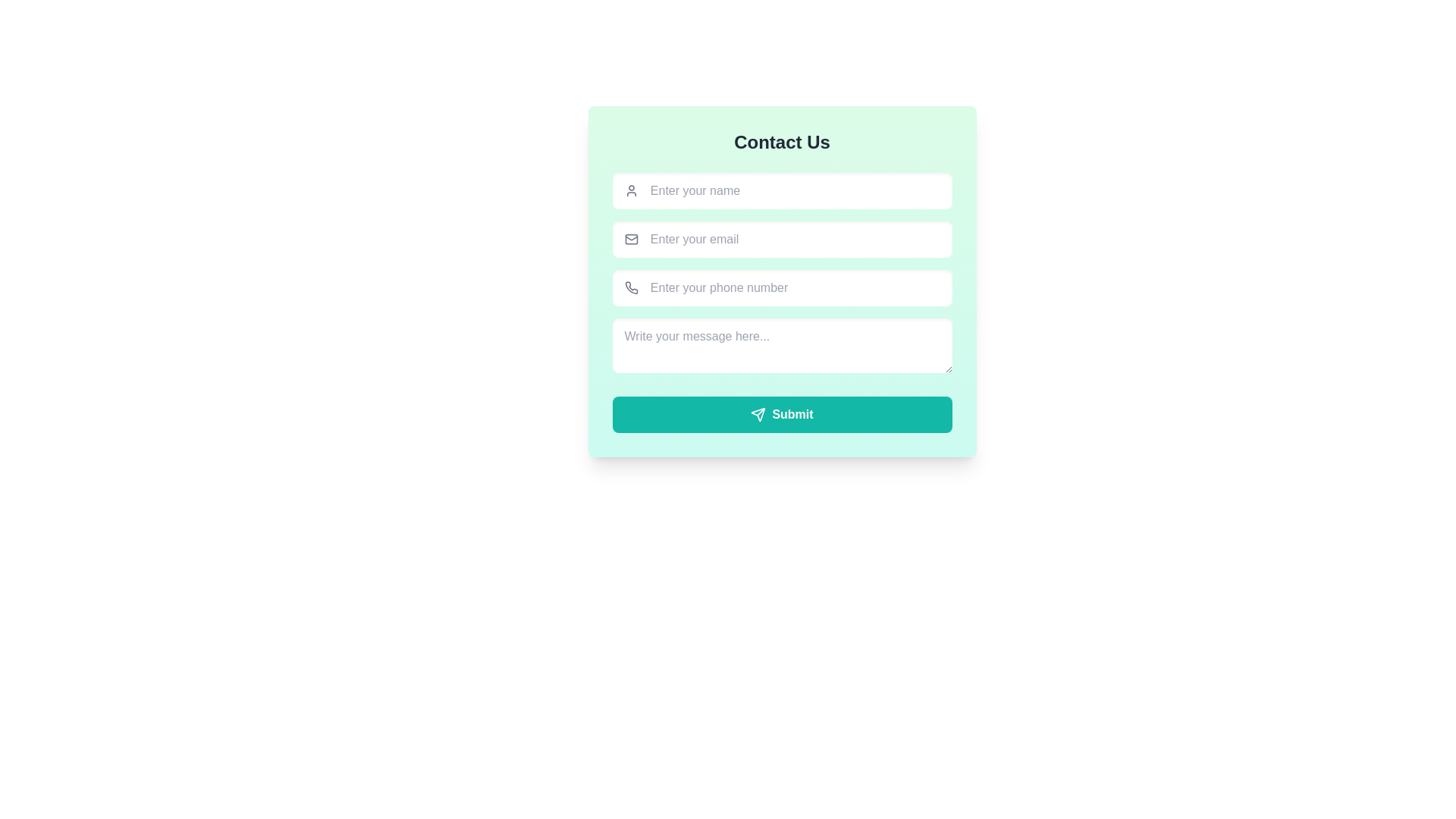 The image size is (1456, 819). I want to click on the submit button located at the bottom section of the contact form to trigger a visual change, so click(782, 415).